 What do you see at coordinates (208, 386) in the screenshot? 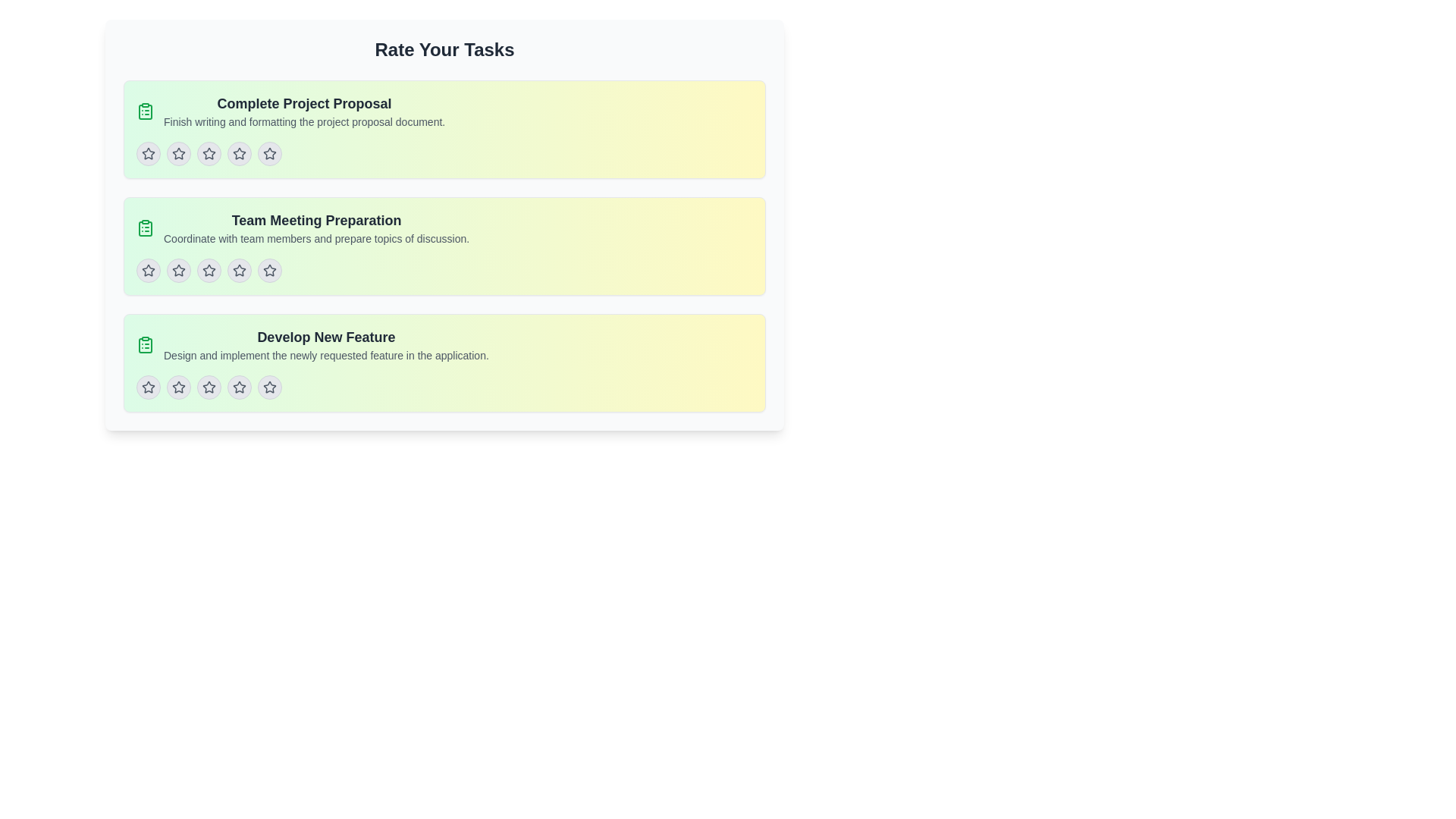
I see `the fourth star icon in the row of five star icons to rate the task titled 'Develop New Feature'` at bounding box center [208, 386].